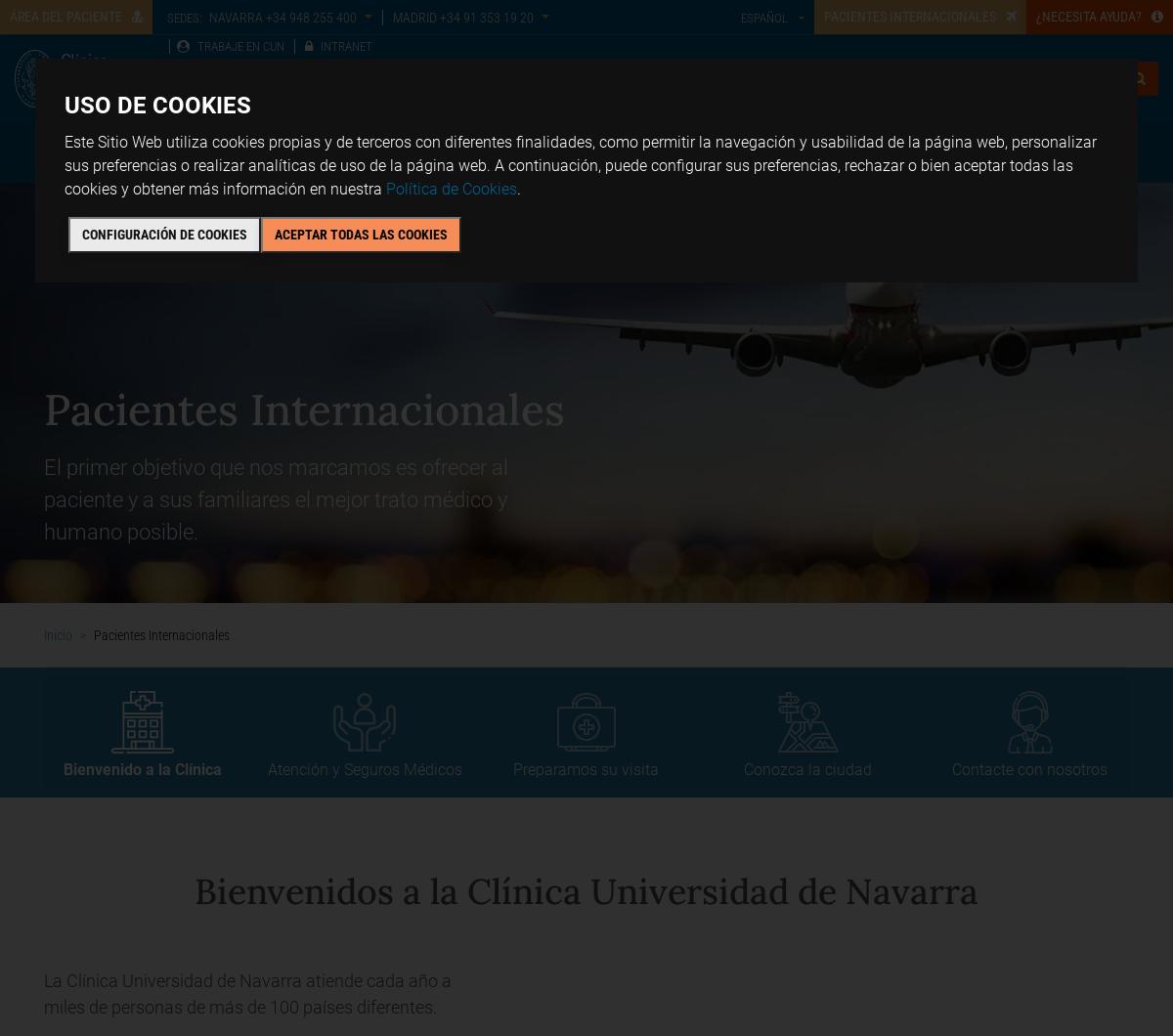 The height and width of the screenshot is (1036, 1173). I want to click on 'El primer objetivo que nos marcamos es ofrecer al paciente y a sus familiares el mejor trato médico y humano posible.', so click(275, 498).